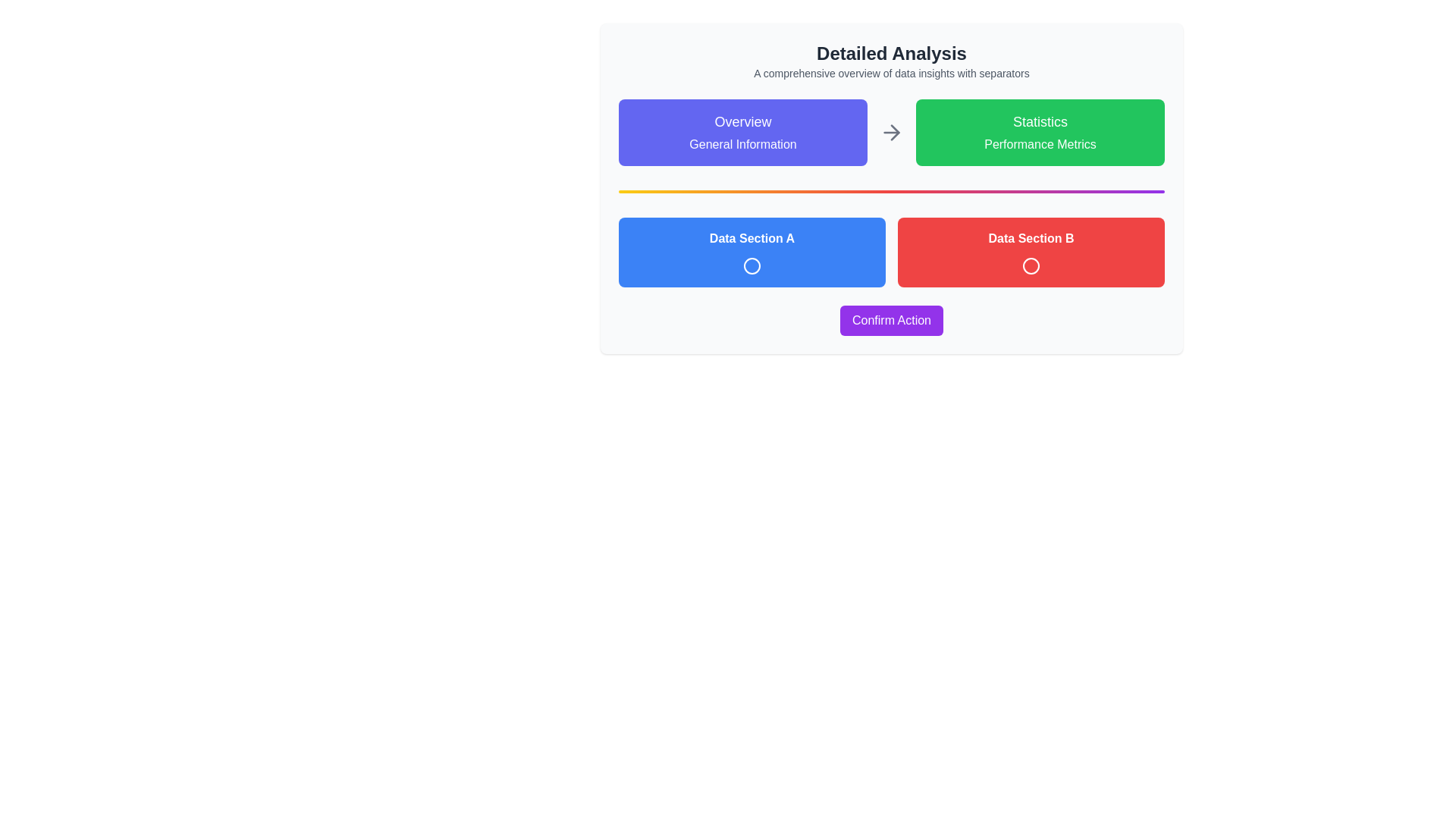 This screenshot has height=819, width=1456. Describe the element at coordinates (742, 145) in the screenshot. I see `the Text label that provides additional context under the 'Overview' heading, located in the blue button-like area on the left side of the UI` at that location.